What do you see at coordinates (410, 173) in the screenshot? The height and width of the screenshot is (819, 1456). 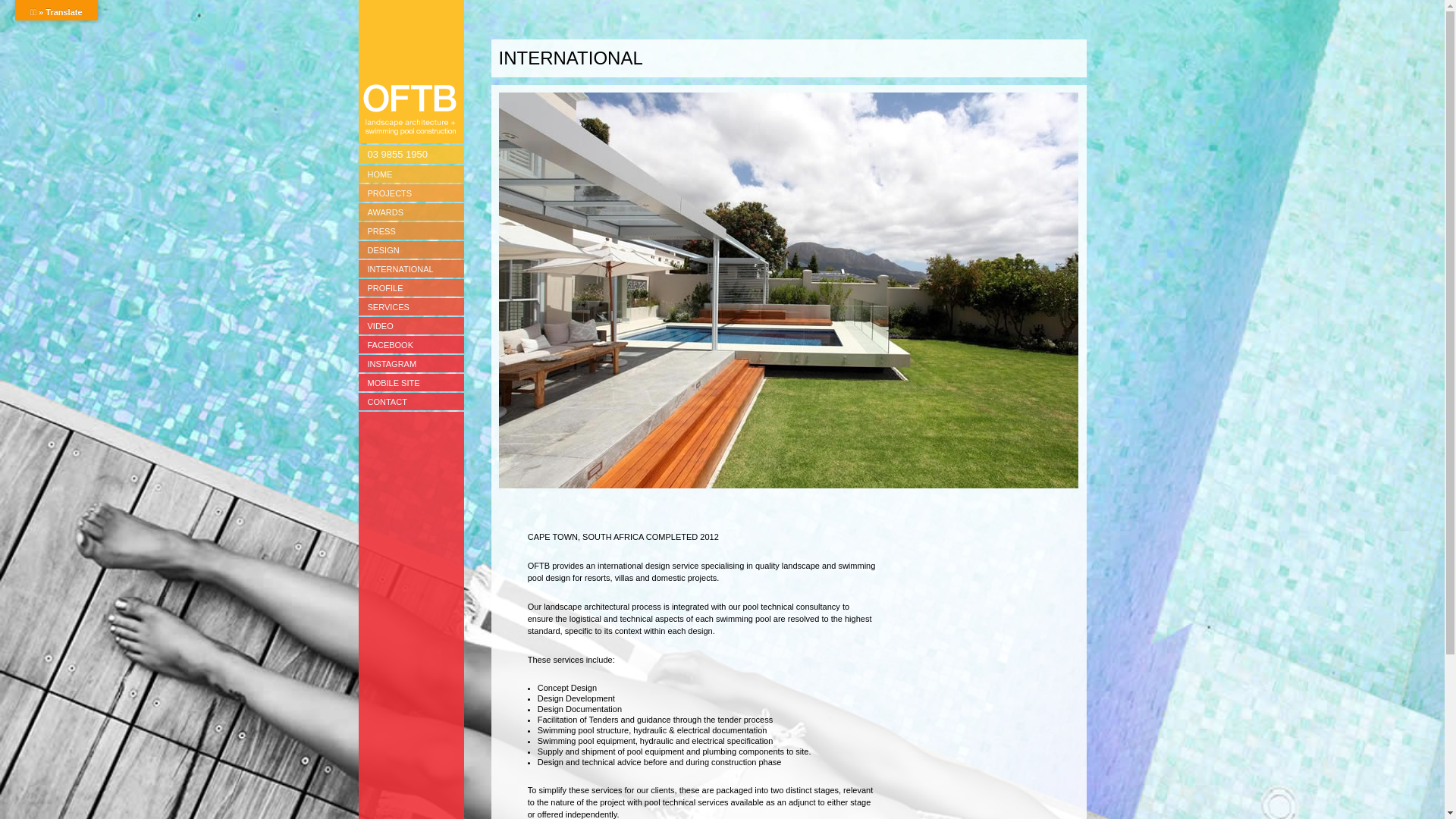 I see `'HOME'` at bounding box center [410, 173].